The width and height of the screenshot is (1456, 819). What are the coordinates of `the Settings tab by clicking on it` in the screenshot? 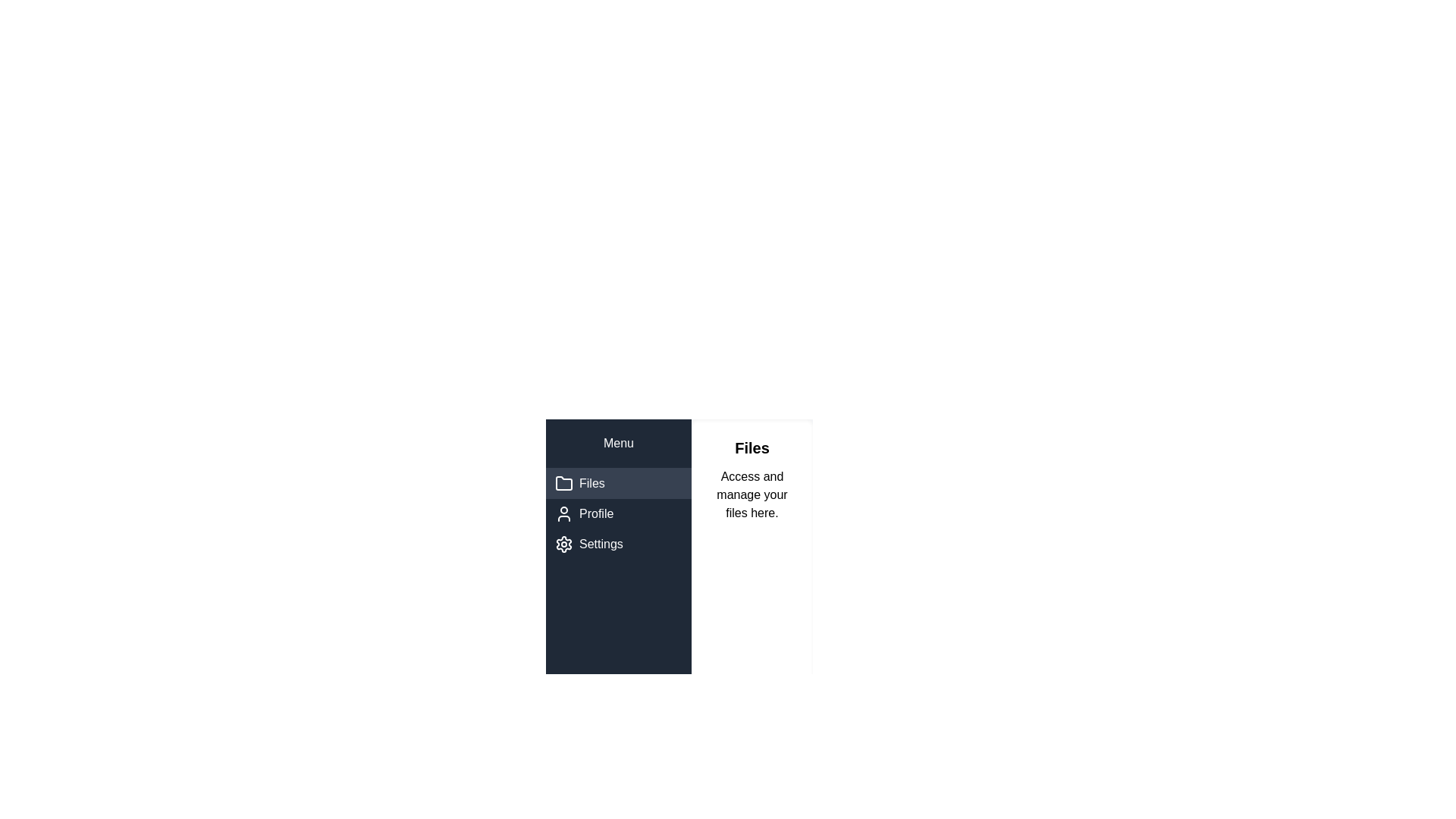 It's located at (619, 543).